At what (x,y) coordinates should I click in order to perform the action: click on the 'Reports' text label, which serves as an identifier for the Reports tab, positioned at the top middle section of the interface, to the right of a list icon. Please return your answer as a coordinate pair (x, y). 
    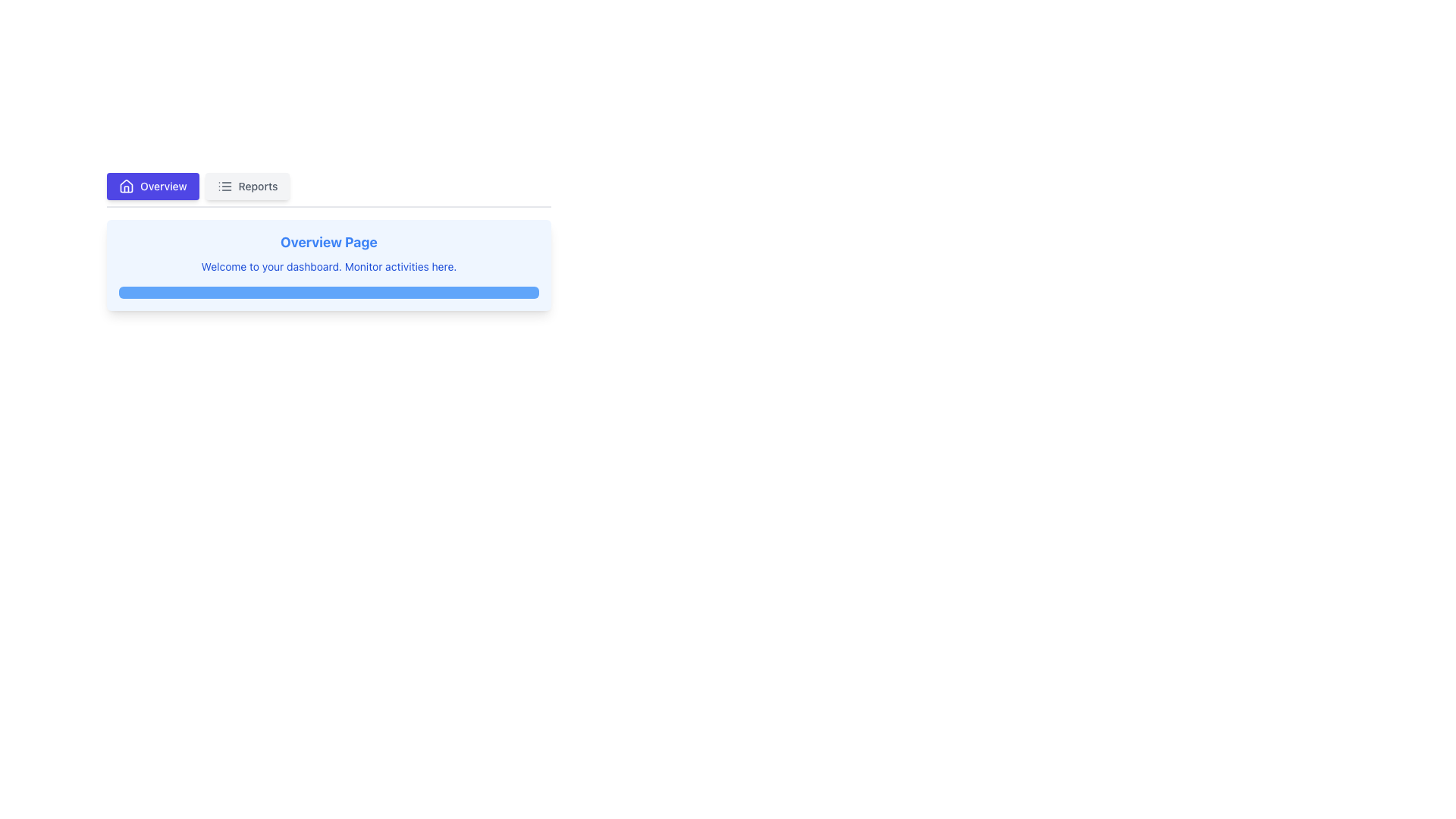
    Looking at the image, I should click on (258, 186).